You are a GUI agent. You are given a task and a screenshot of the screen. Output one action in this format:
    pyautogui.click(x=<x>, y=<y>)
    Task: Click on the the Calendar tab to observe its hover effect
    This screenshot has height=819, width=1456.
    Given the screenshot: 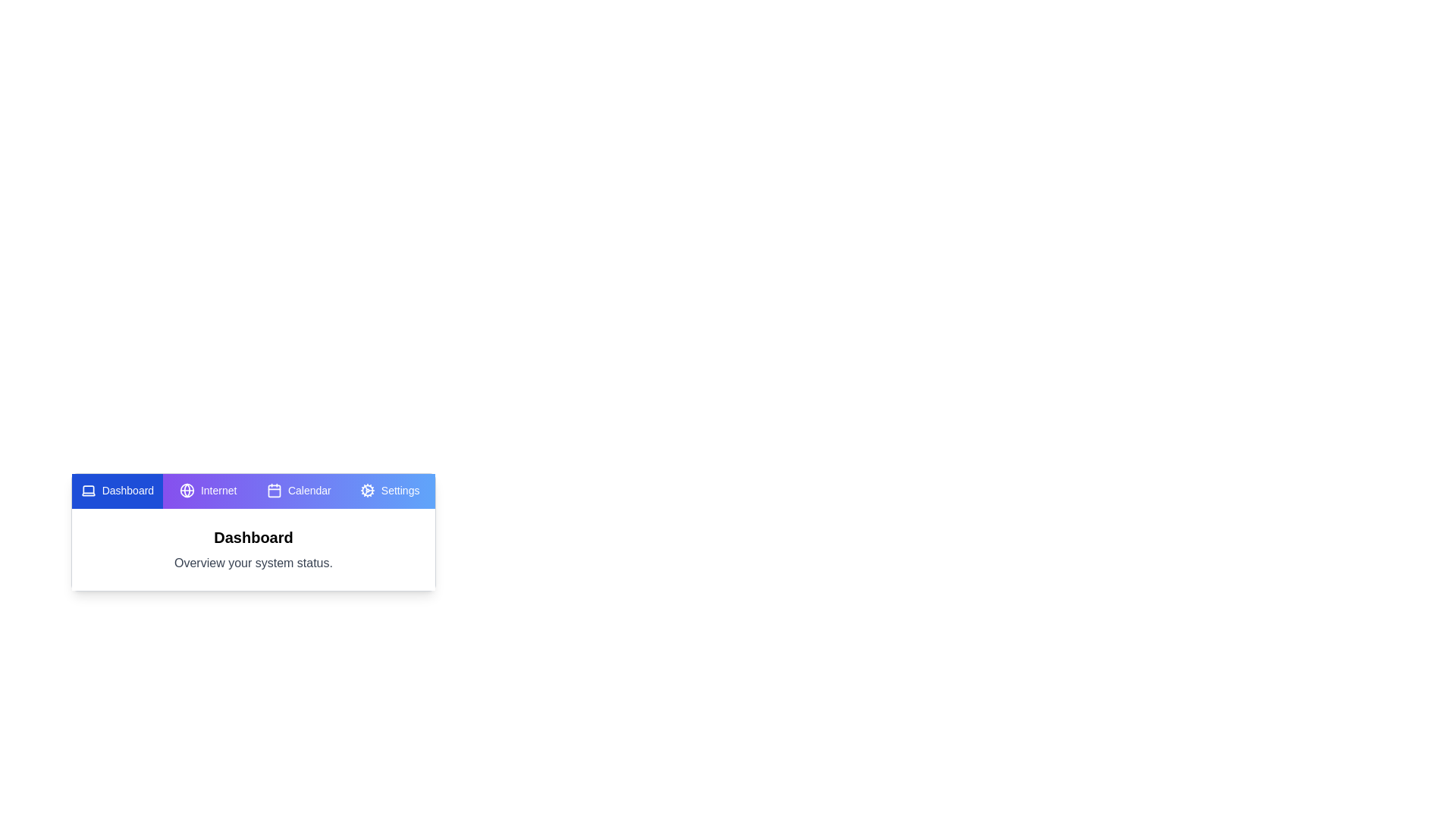 What is the action you would take?
    pyautogui.click(x=299, y=491)
    